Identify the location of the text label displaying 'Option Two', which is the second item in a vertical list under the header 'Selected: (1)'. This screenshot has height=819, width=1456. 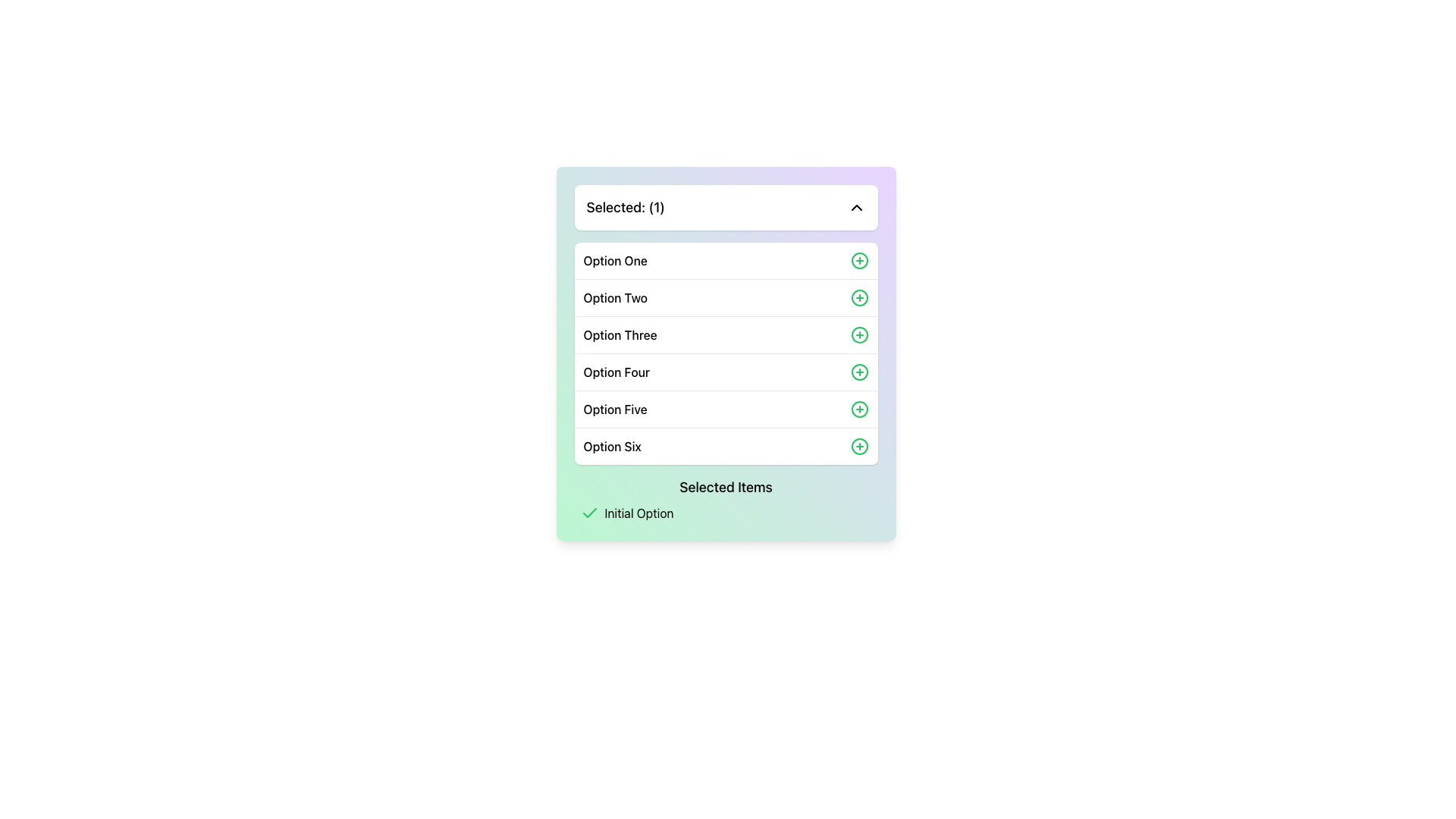
(615, 298).